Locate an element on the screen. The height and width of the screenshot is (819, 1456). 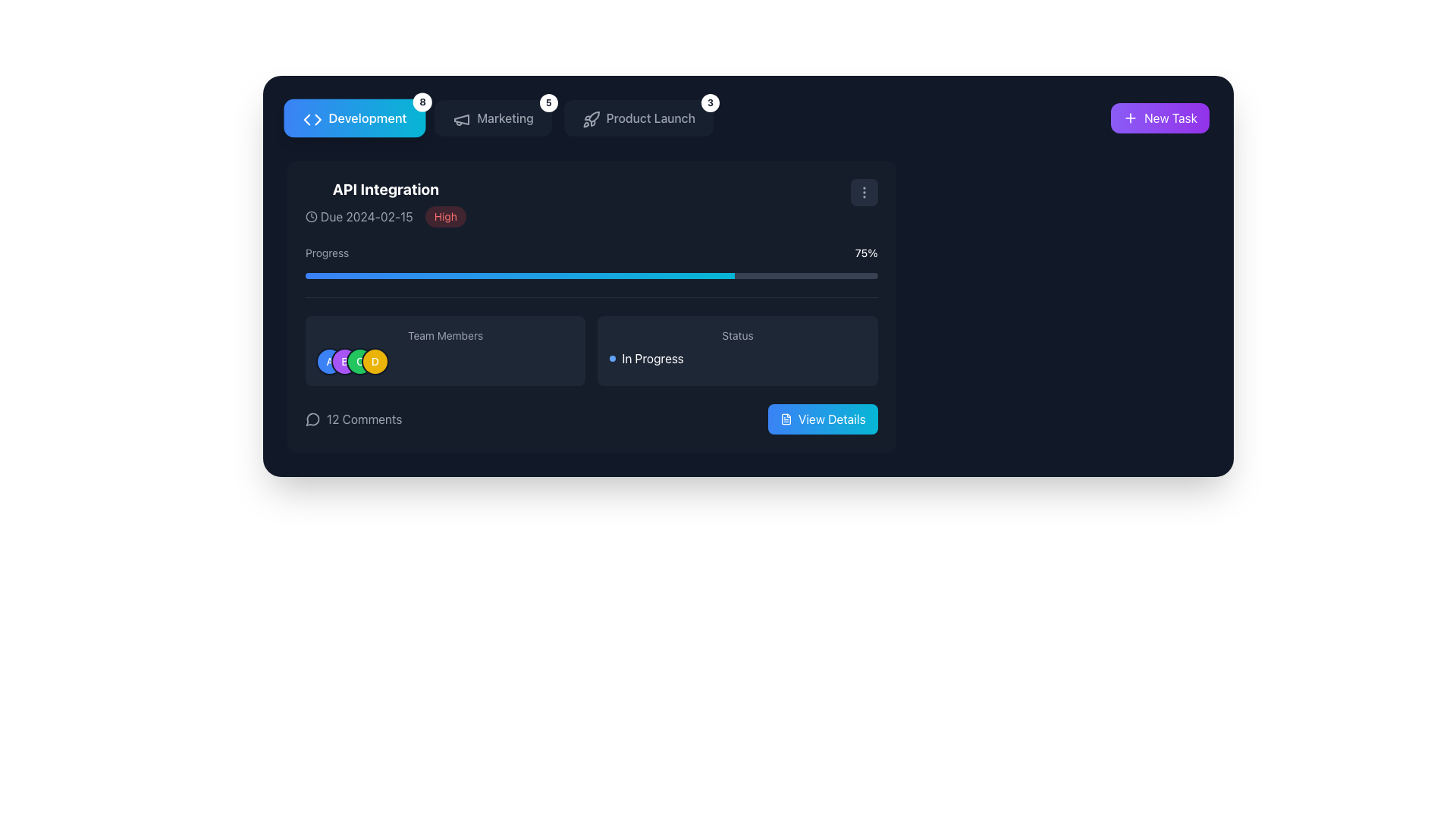
the 'Development' text label, which is displayed in white on a gradient blue-to-cyan background, located in the top-left corner of the interface is located at coordinates (367, 117).